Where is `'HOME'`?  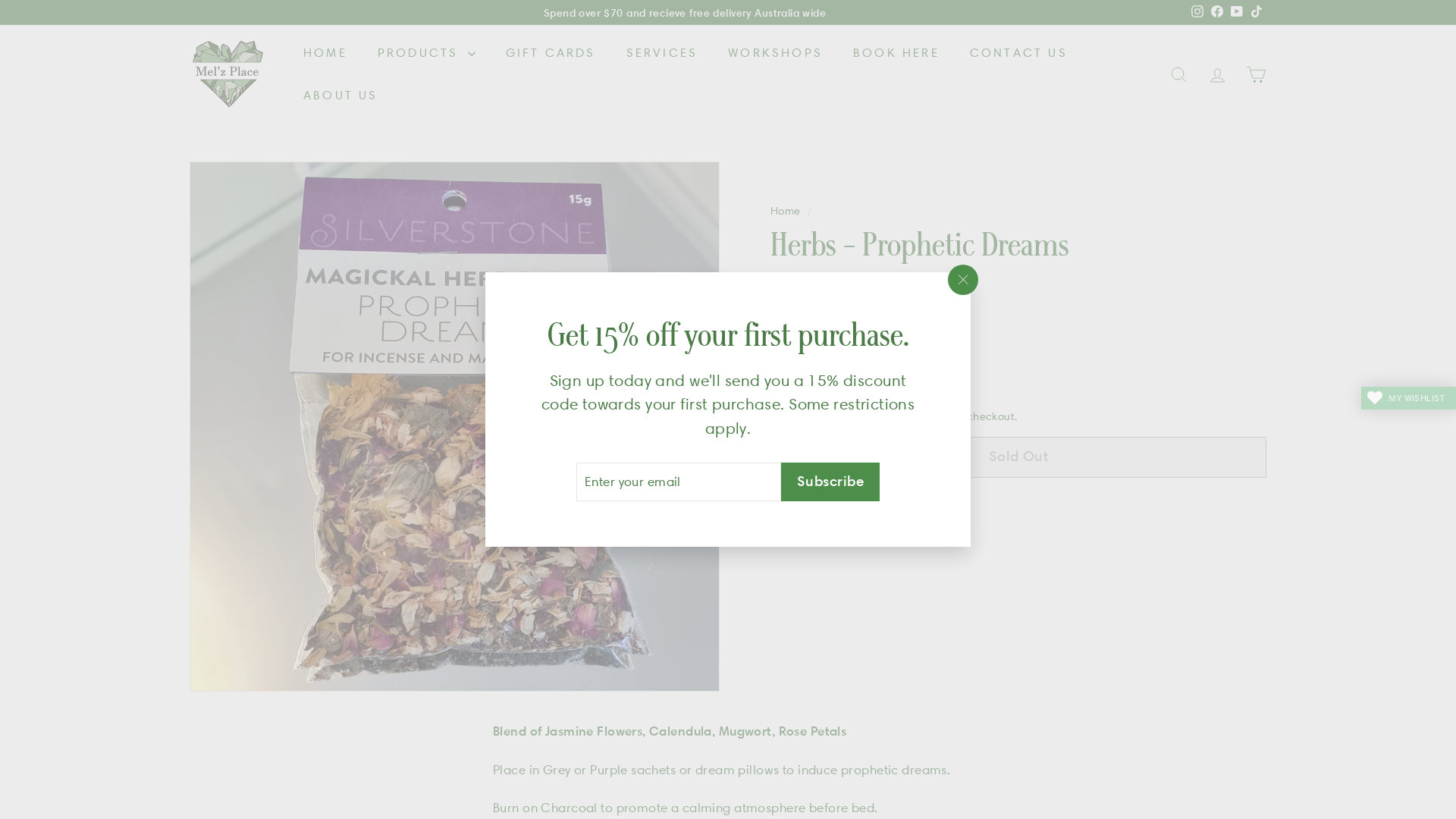 'HOME' is located at coordinates (324, 52).